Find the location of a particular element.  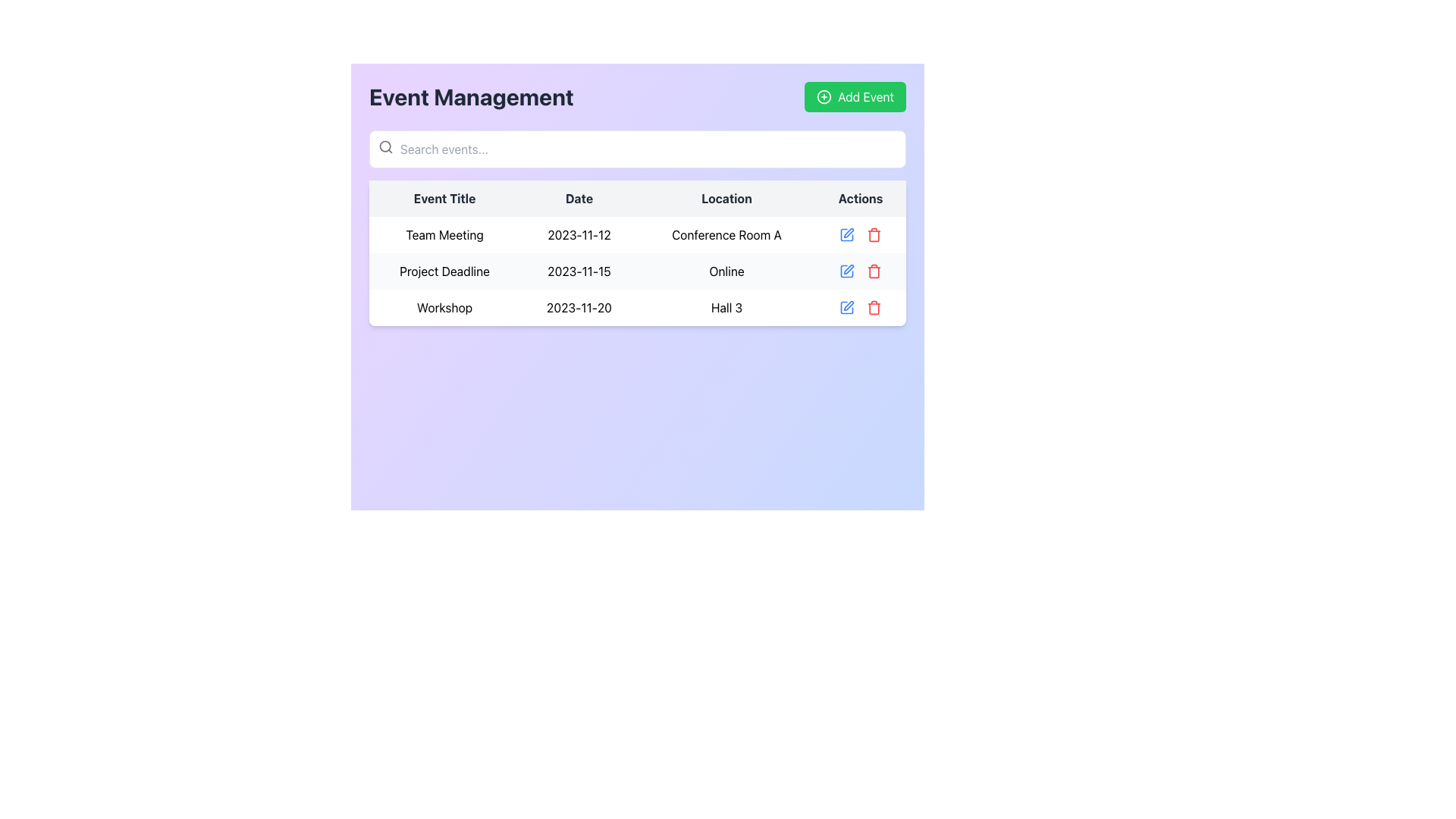

the control group element in the 'Actions' column of the 'Project Deadline' row is located at coordinates (861, 271).